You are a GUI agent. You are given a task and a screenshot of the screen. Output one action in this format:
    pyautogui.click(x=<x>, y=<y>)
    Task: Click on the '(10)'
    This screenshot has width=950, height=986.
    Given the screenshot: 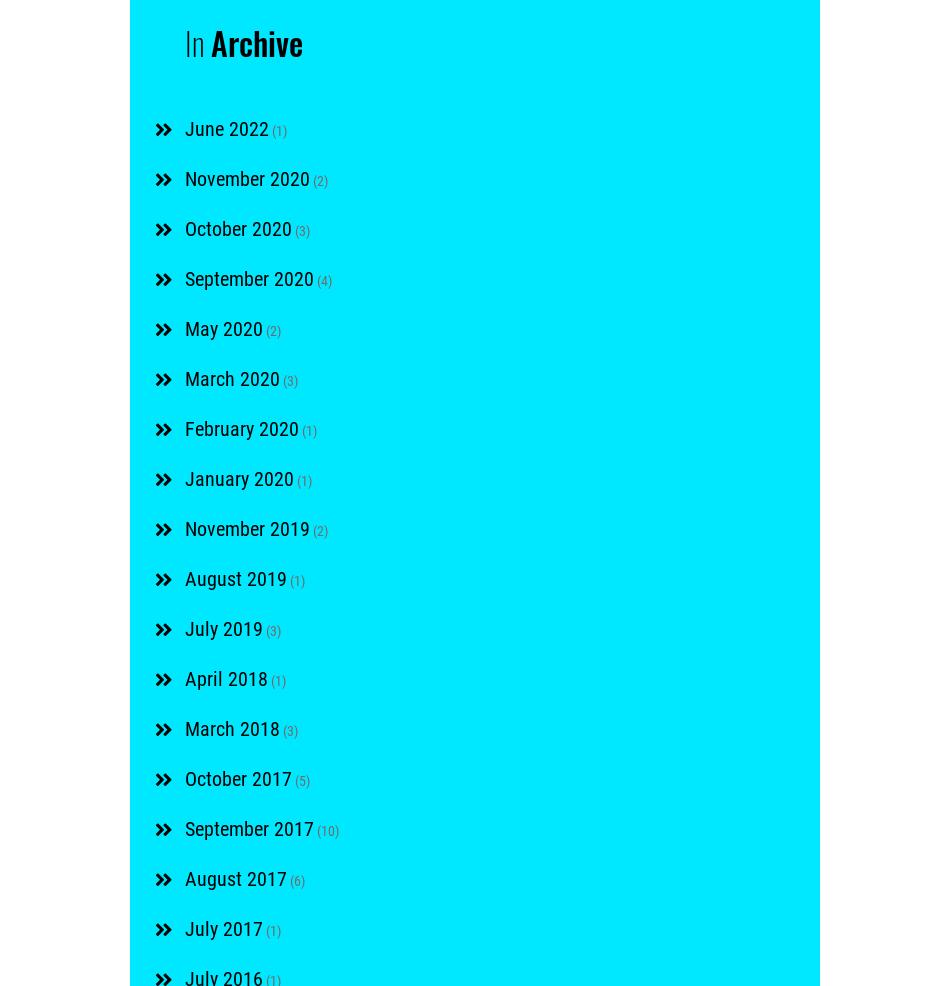 What is the action you would take?
    pyautogui.click(x=325, y=829)
    